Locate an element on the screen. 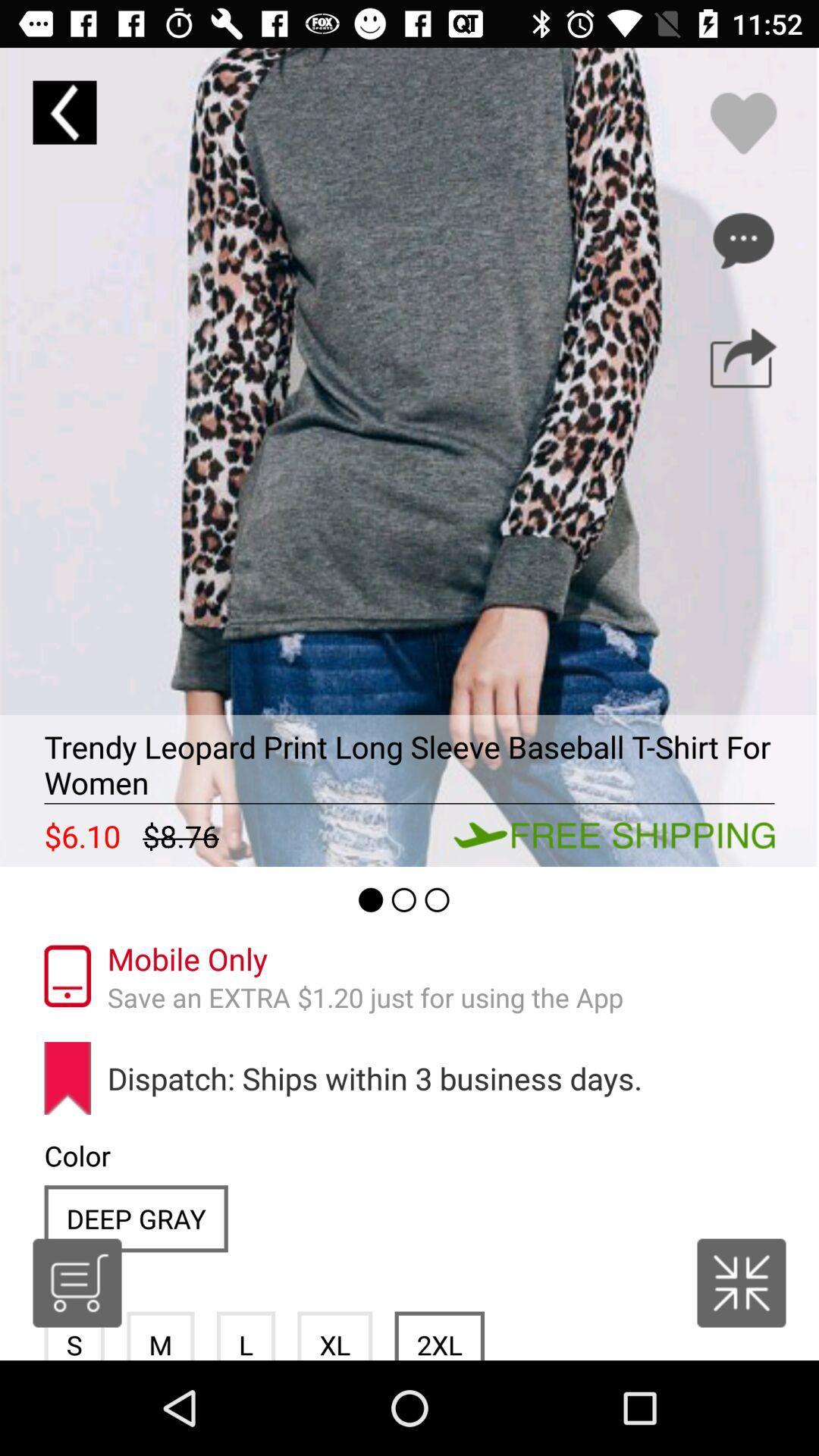 The image size is (819, 1456). item below the color is located at coordinates (77, 1282).